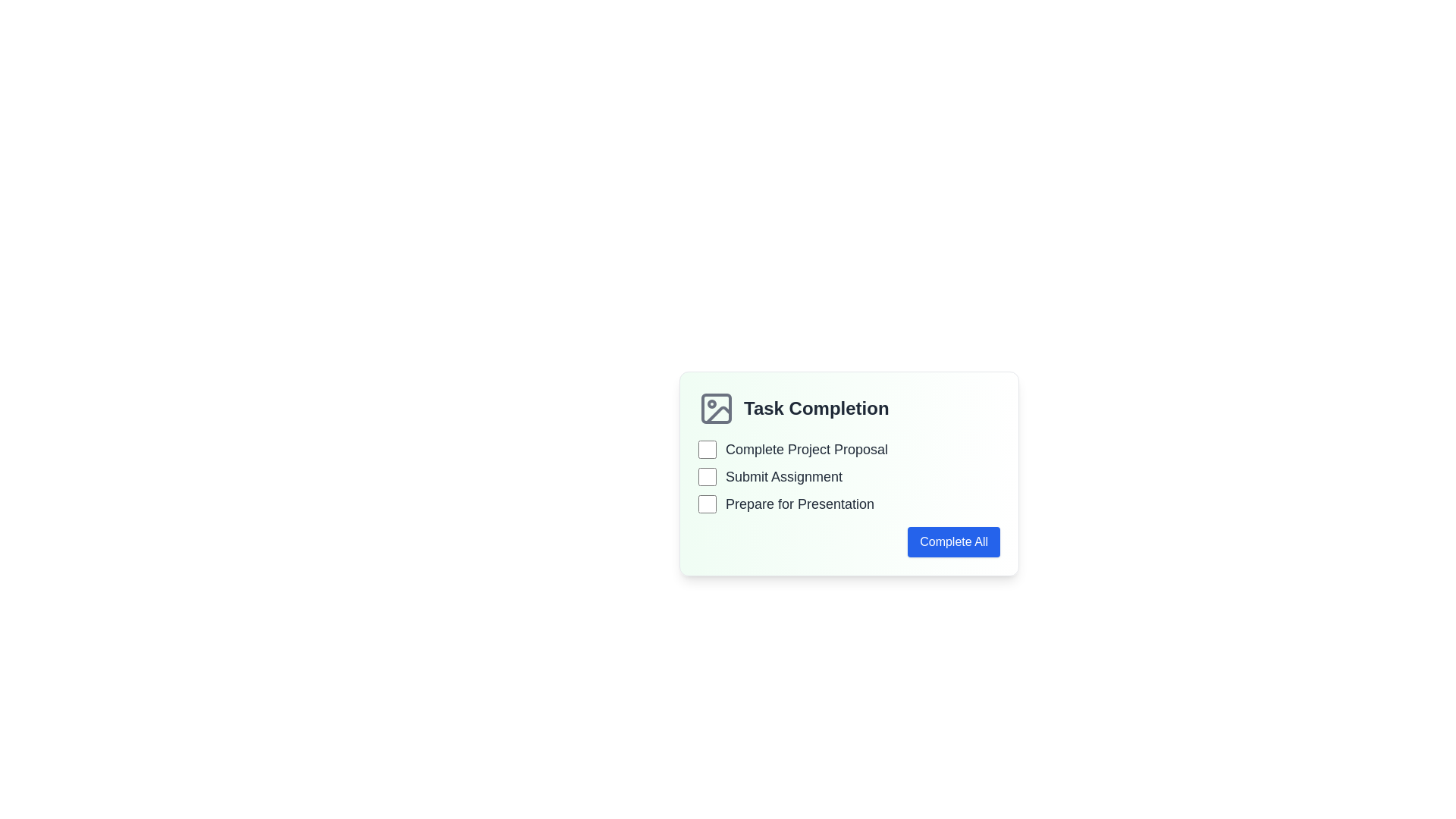  I want to click on the first checkbox for the task 'Complete Project Proposal', so click(706, 449).